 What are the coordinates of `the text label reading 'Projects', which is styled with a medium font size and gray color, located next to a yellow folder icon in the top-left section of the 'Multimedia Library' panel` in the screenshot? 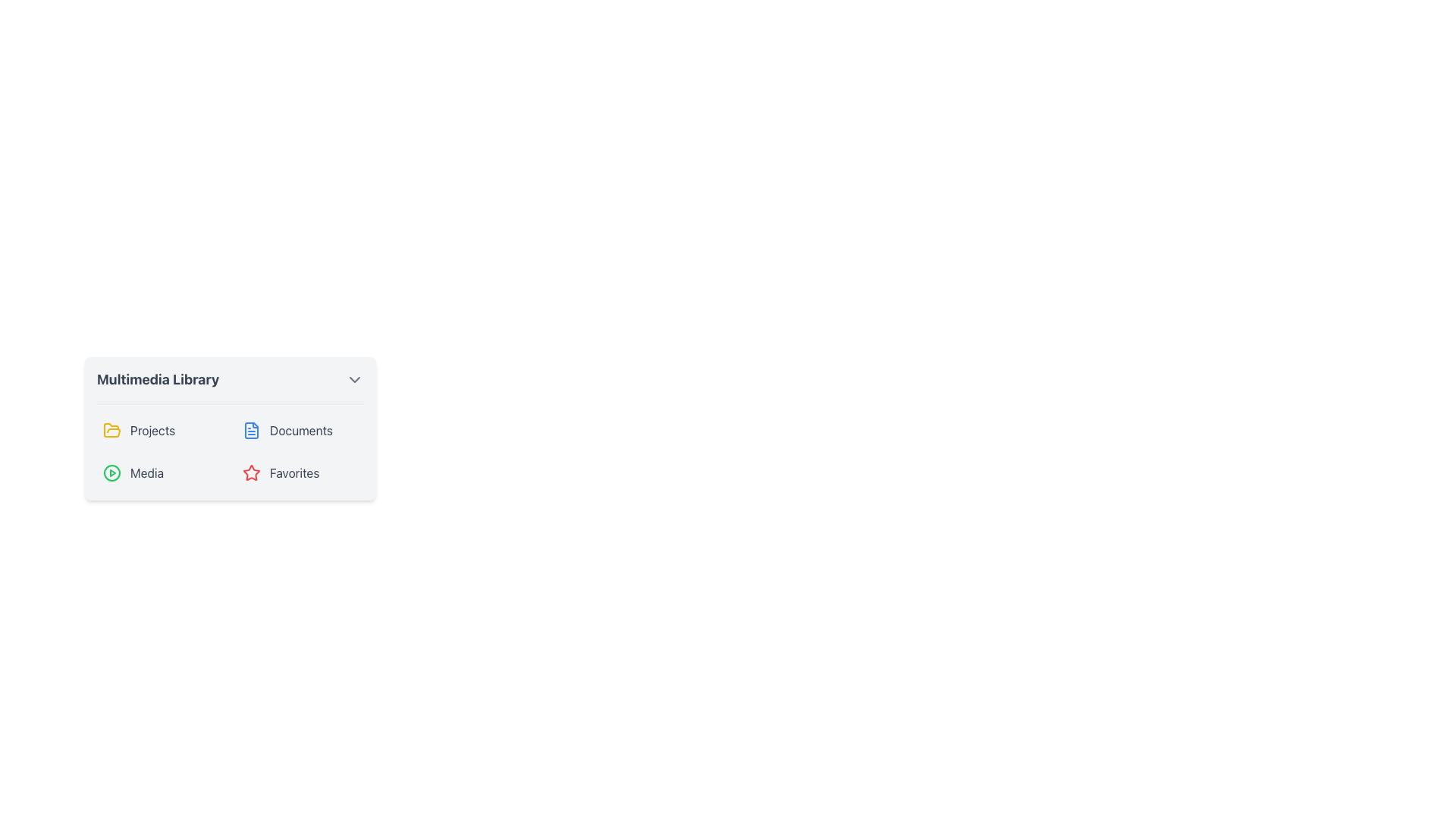 It's located at (152, 430).